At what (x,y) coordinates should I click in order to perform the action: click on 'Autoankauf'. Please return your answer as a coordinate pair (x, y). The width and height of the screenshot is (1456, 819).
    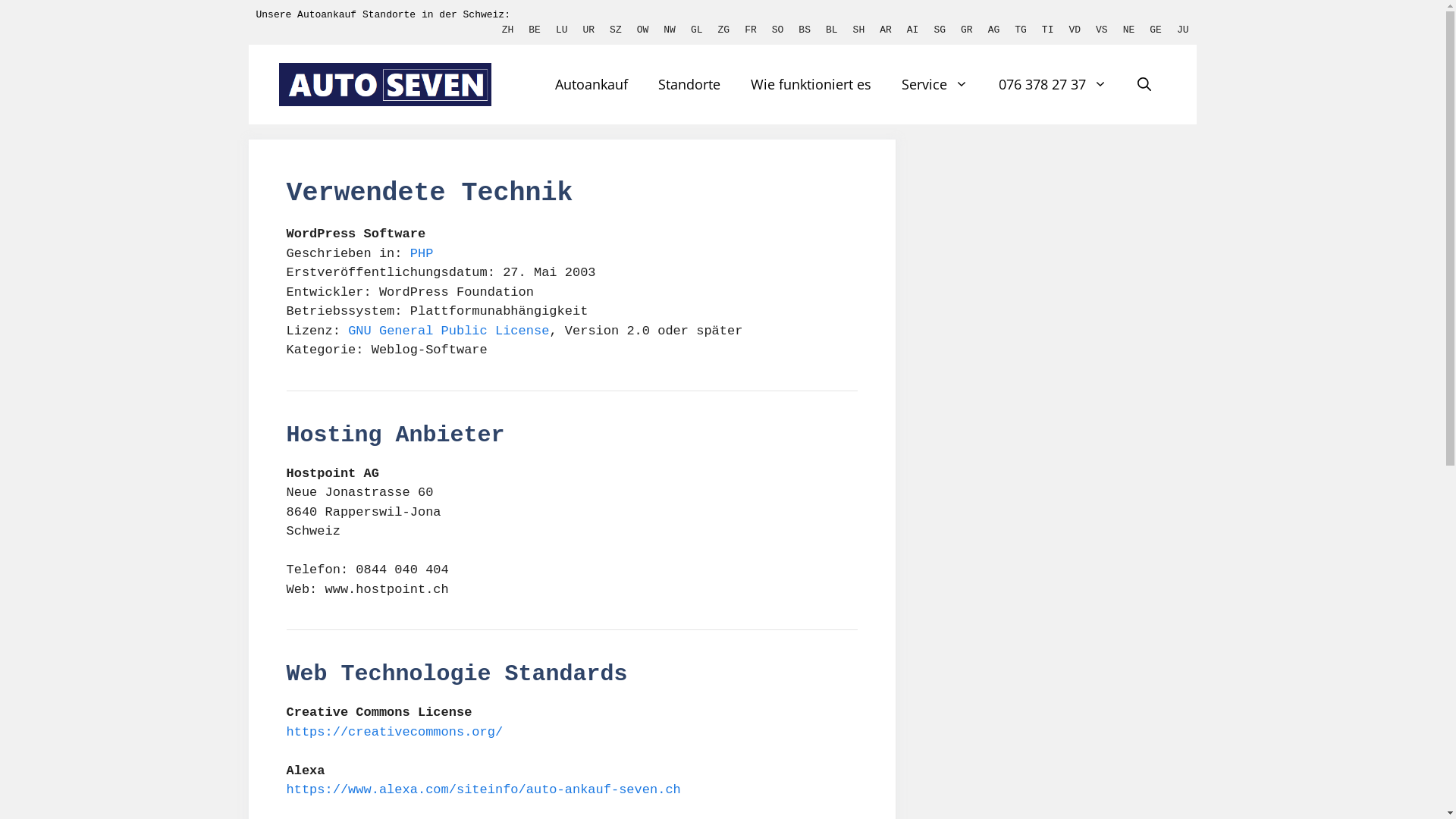
    Looking at the image, I should click on (590, 84).